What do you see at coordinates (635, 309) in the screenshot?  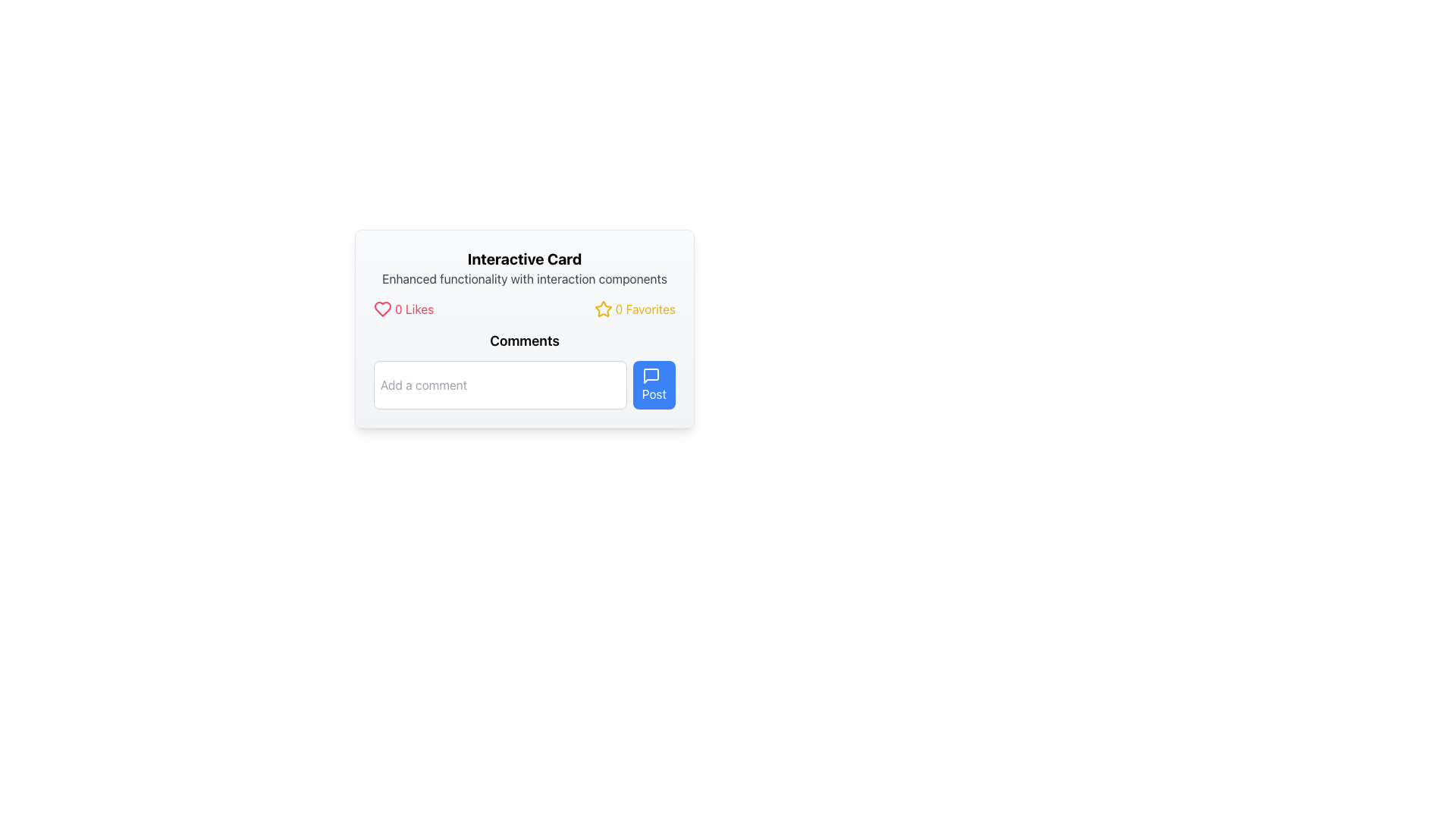 I see `the Interactive counter with the yellow star icon and '0 Favorites' text` at bounding box center [635, 309].